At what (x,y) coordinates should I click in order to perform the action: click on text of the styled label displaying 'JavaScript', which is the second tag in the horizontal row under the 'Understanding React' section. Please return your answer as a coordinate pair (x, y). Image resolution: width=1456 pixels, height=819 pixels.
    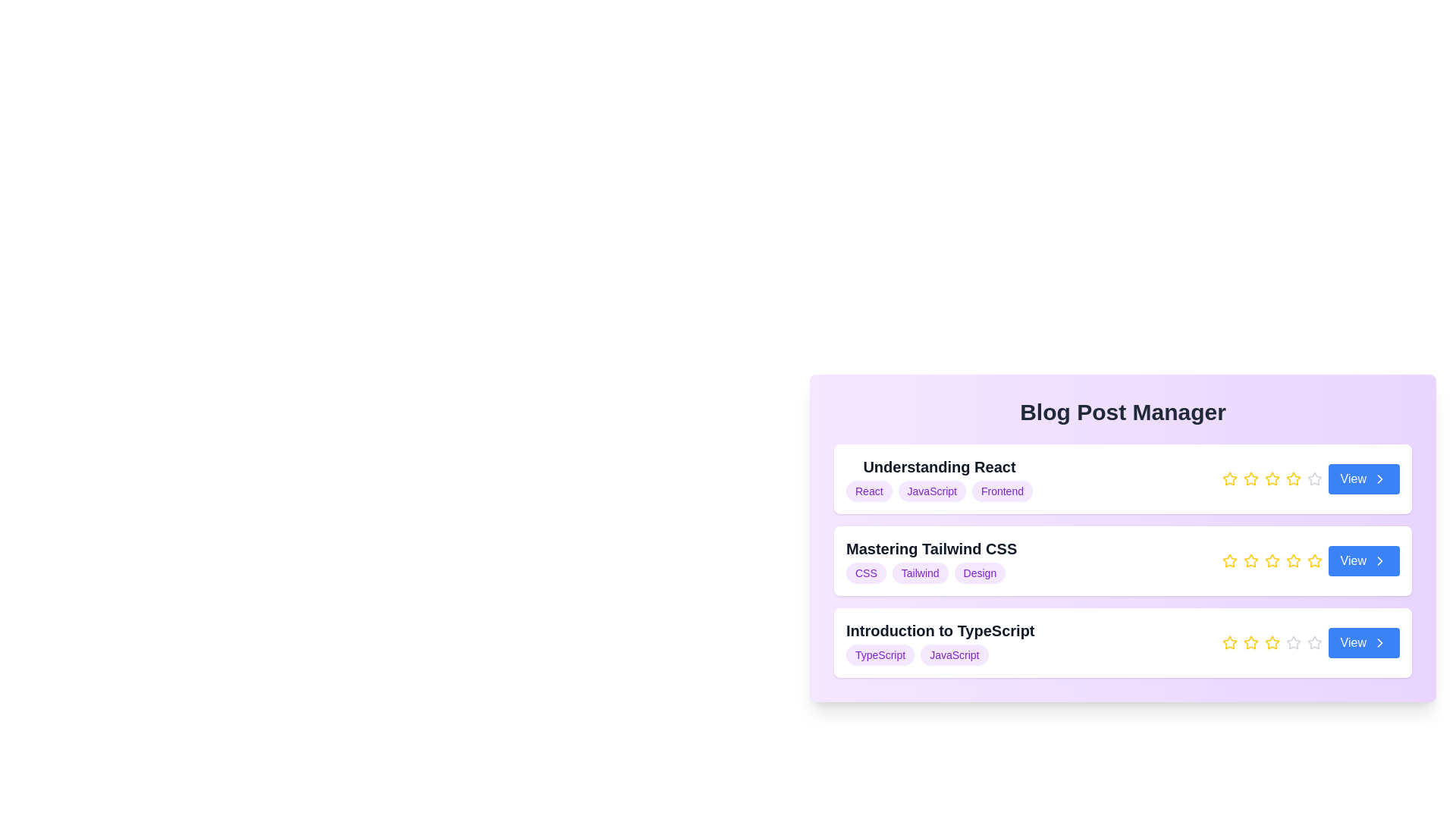
    Looking at the image, I should click on (931, 491).